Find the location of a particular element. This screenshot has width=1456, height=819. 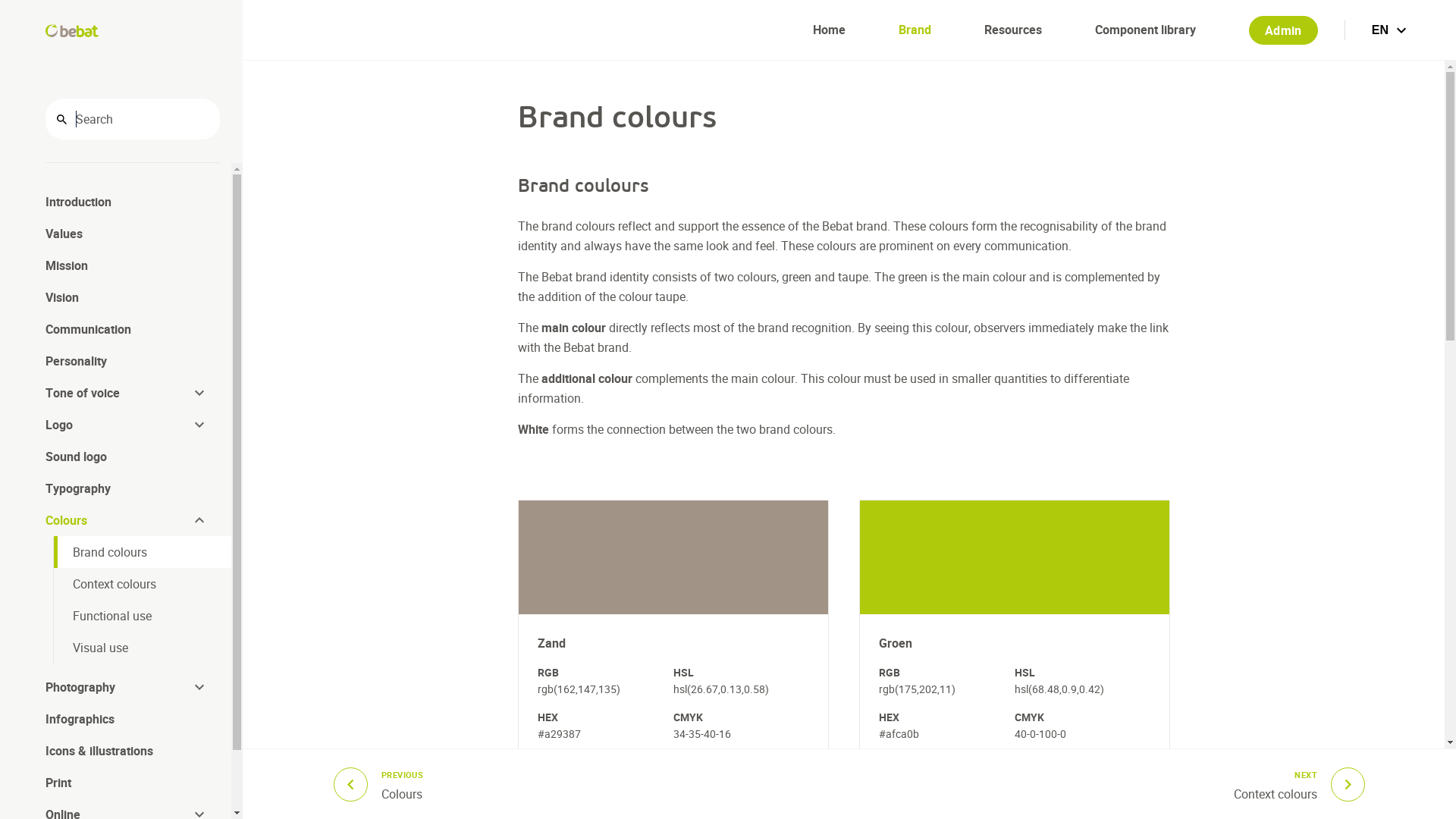

'Personality' is located at coordinates (127, 360).